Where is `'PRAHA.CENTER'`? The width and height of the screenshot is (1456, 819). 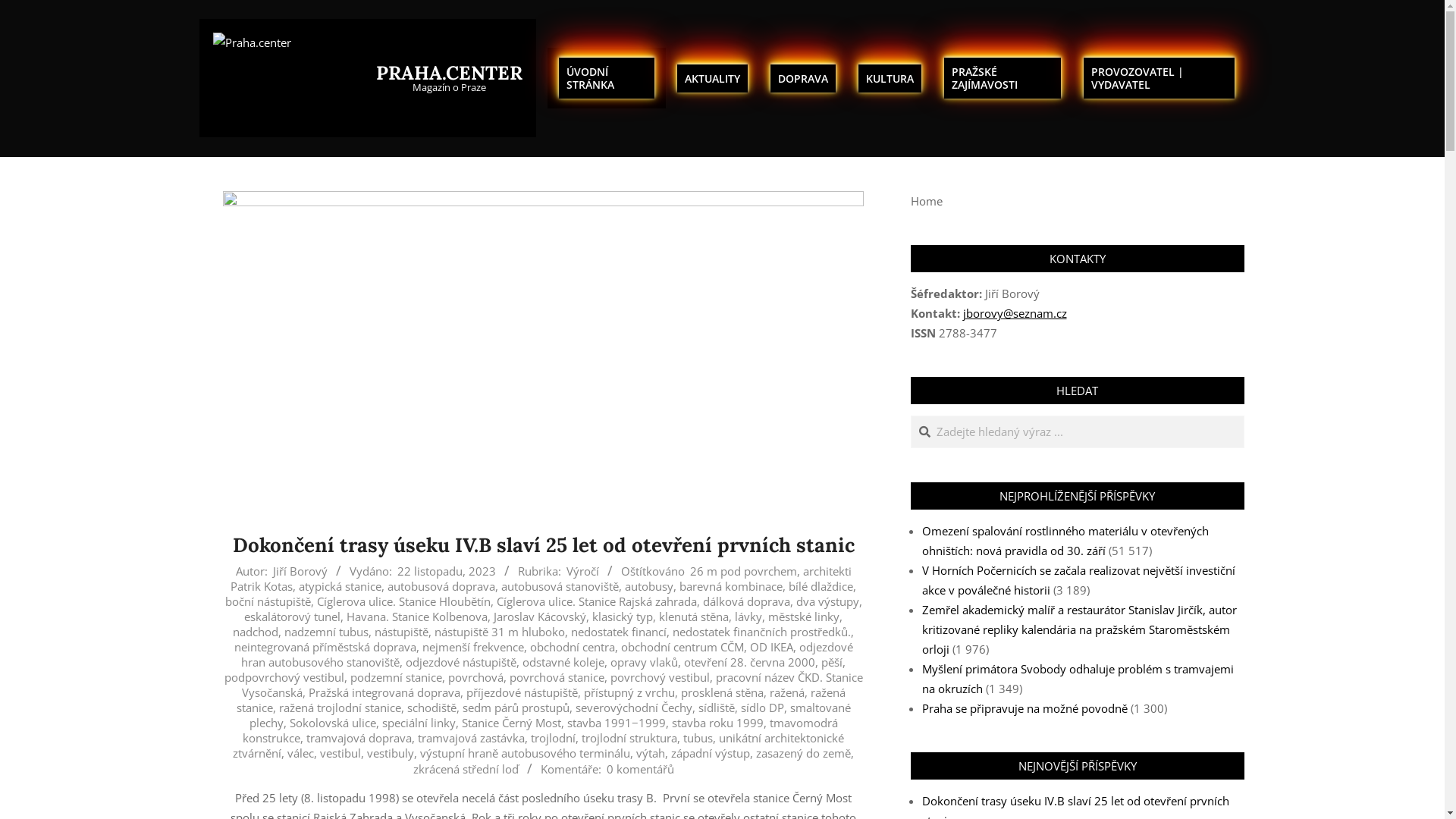 'PRAHA.CENTER' is located at coordinates (448, 73).